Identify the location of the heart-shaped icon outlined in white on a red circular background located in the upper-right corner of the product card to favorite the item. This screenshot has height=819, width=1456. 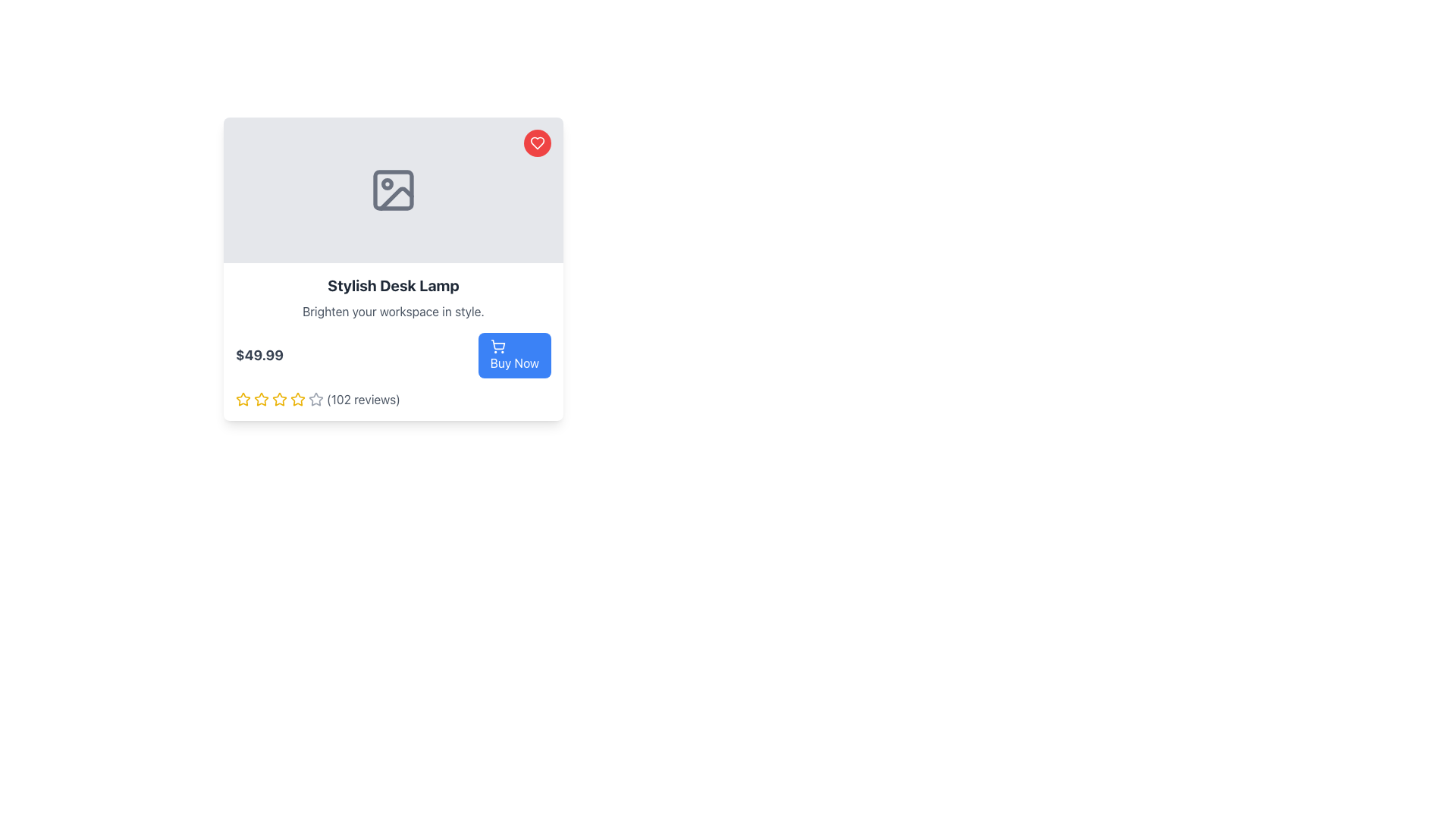
(538, 143).